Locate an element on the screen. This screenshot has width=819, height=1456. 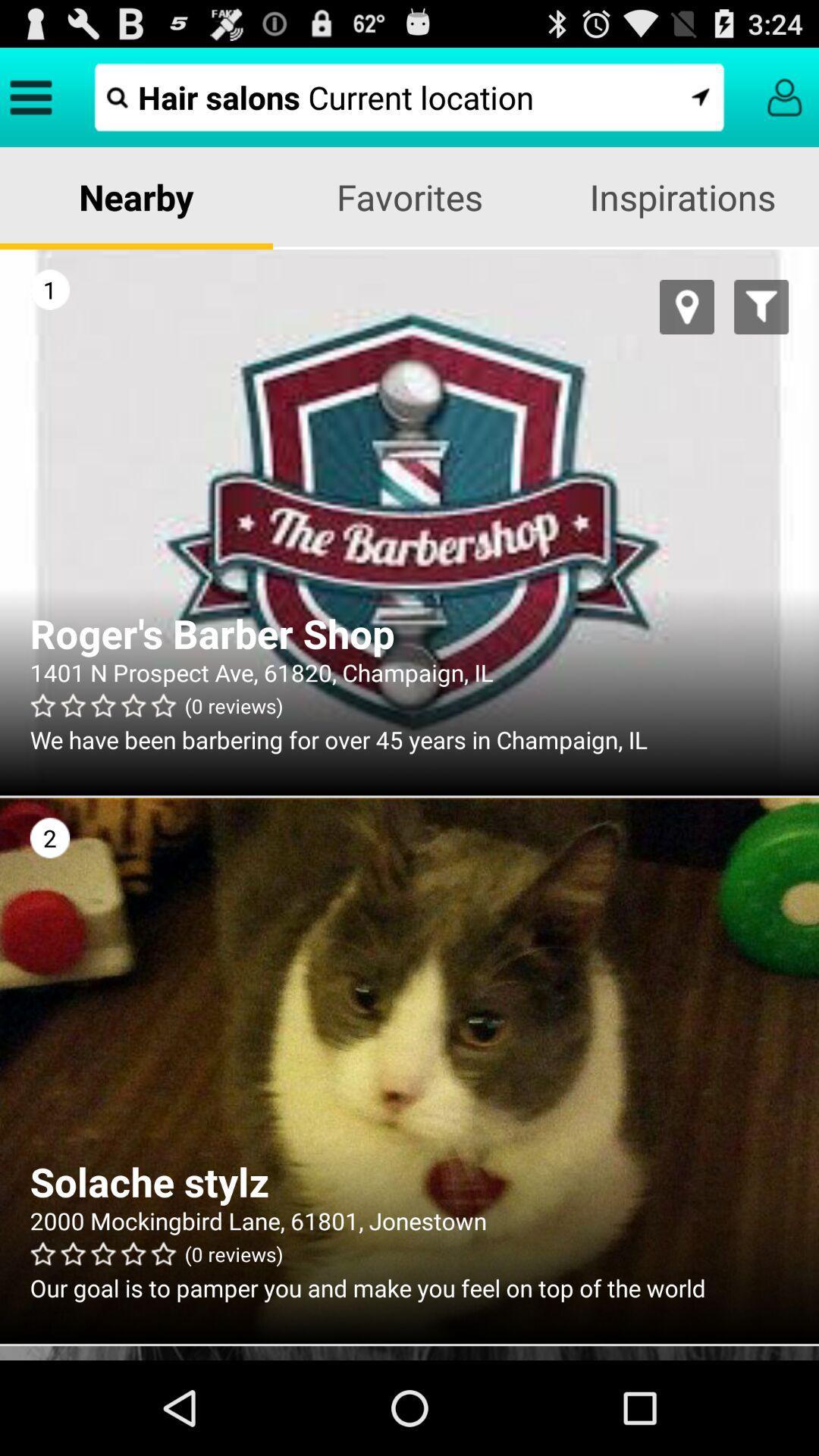
icon next to inspirations icon is located at coordinates (409, 196).